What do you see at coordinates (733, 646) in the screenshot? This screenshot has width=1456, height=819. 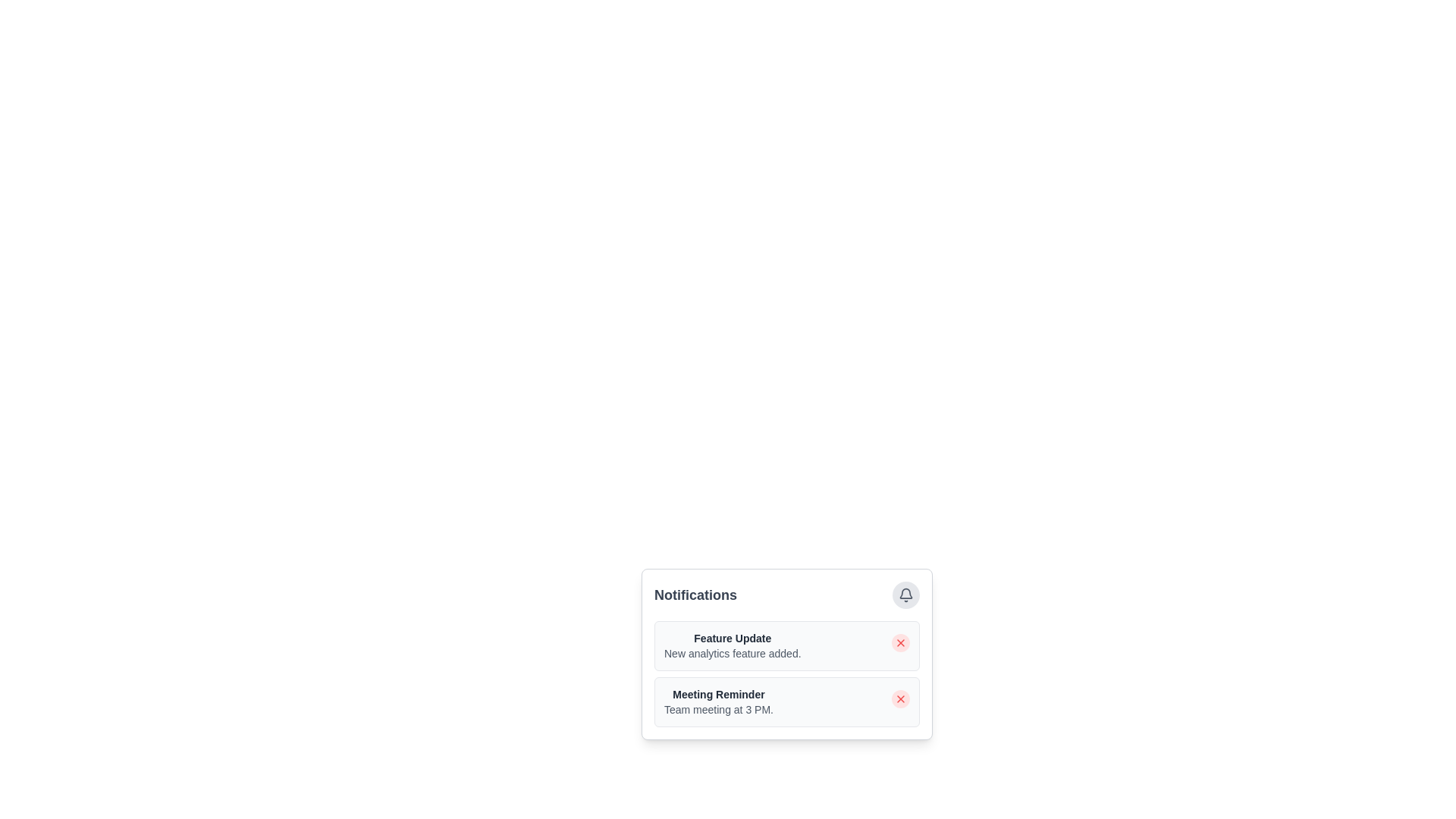 I see `the first notification entry in the notification panel that provides updates about a new analytics feature` at bounding box center [733, 646].